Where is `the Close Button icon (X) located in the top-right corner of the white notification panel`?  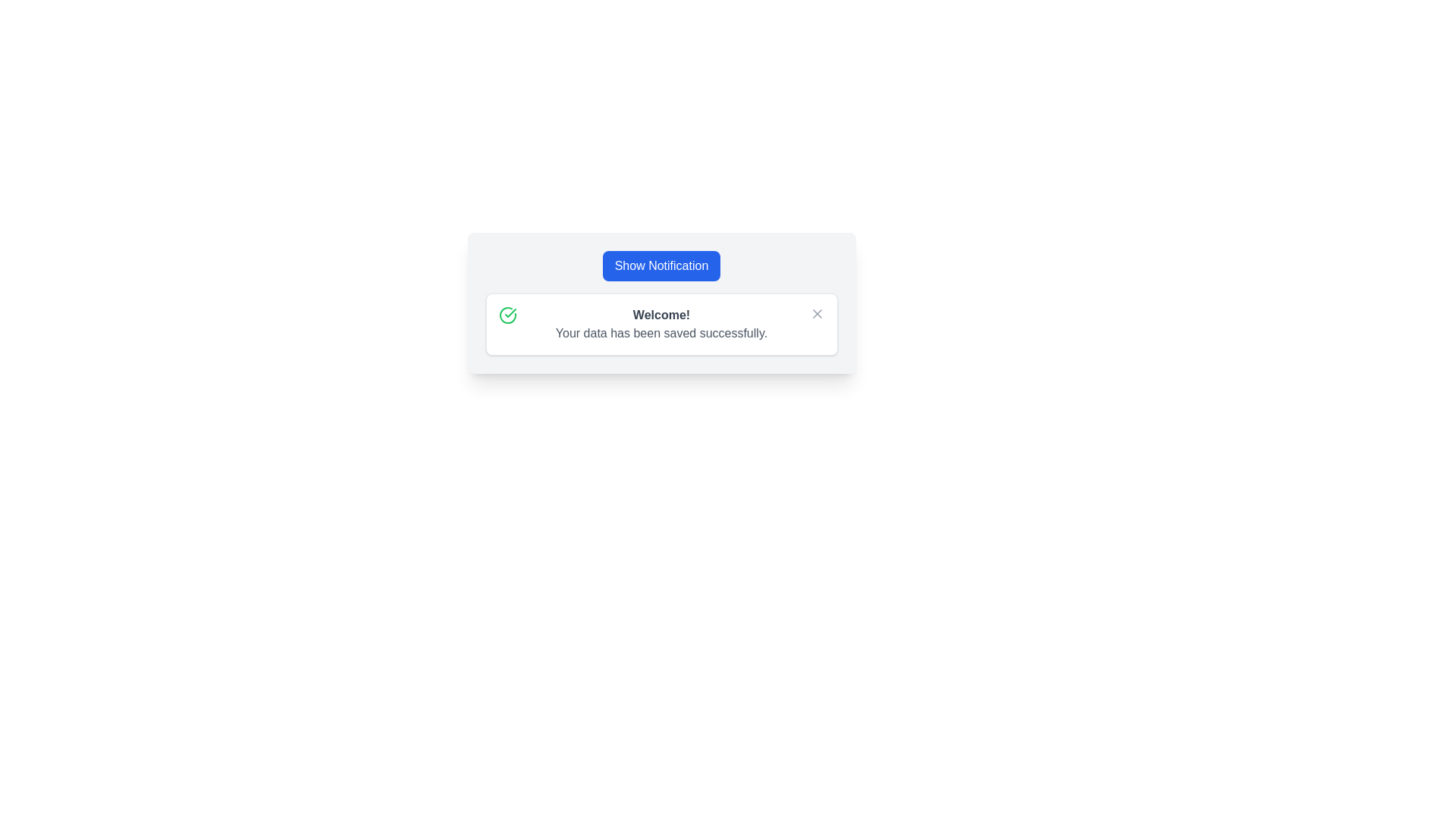 the Close Button icon (X) located in the top-right corner of the white notification panel is located at coordinates (816, 312).